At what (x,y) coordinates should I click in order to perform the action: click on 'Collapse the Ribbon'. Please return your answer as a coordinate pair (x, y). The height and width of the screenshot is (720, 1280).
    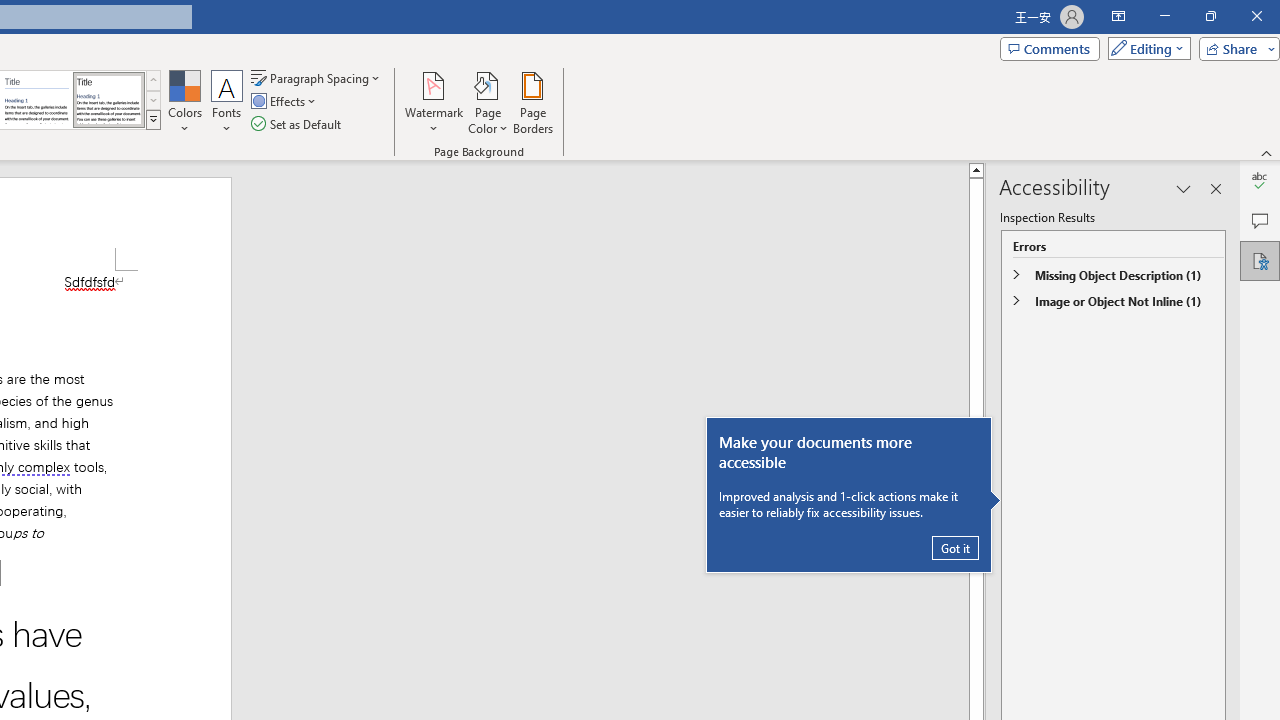
    Looking at the image, I should click on (1266, 152).